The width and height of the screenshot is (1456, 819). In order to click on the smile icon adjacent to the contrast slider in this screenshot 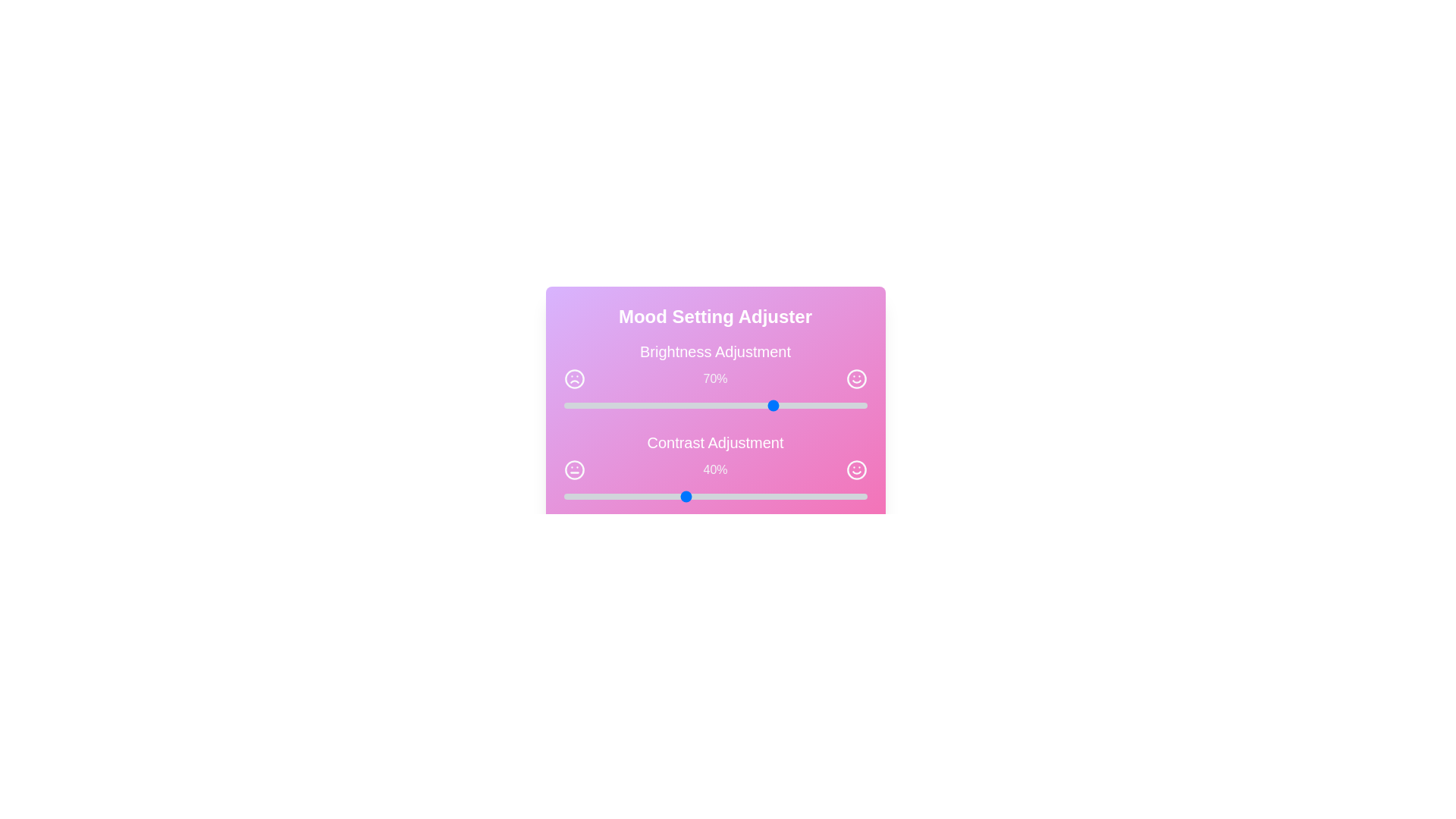, I will do `click(856, 469)`.